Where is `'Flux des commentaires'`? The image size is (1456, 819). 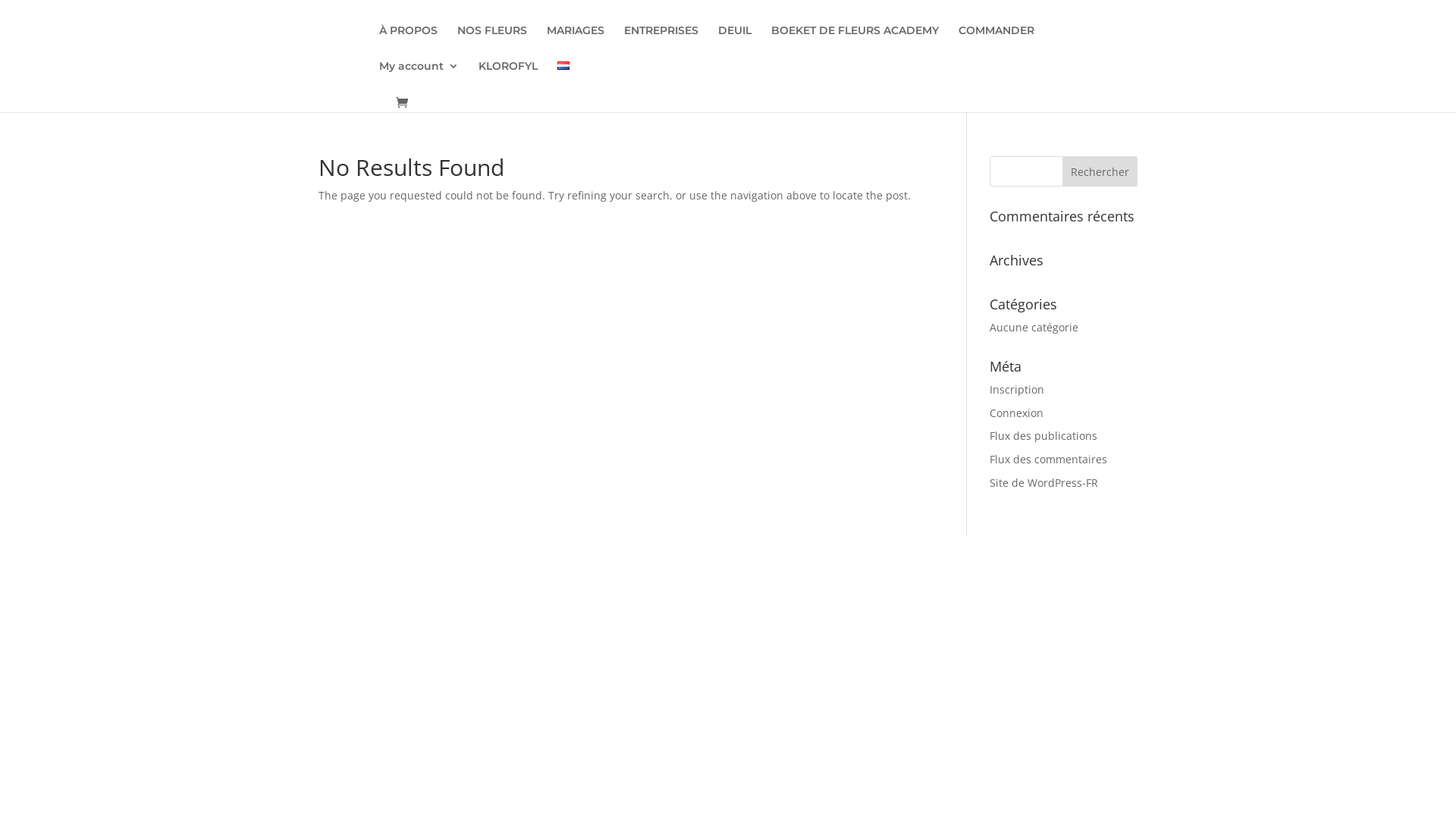 'Flux des commentaires' is located at coordinates (990, 458).